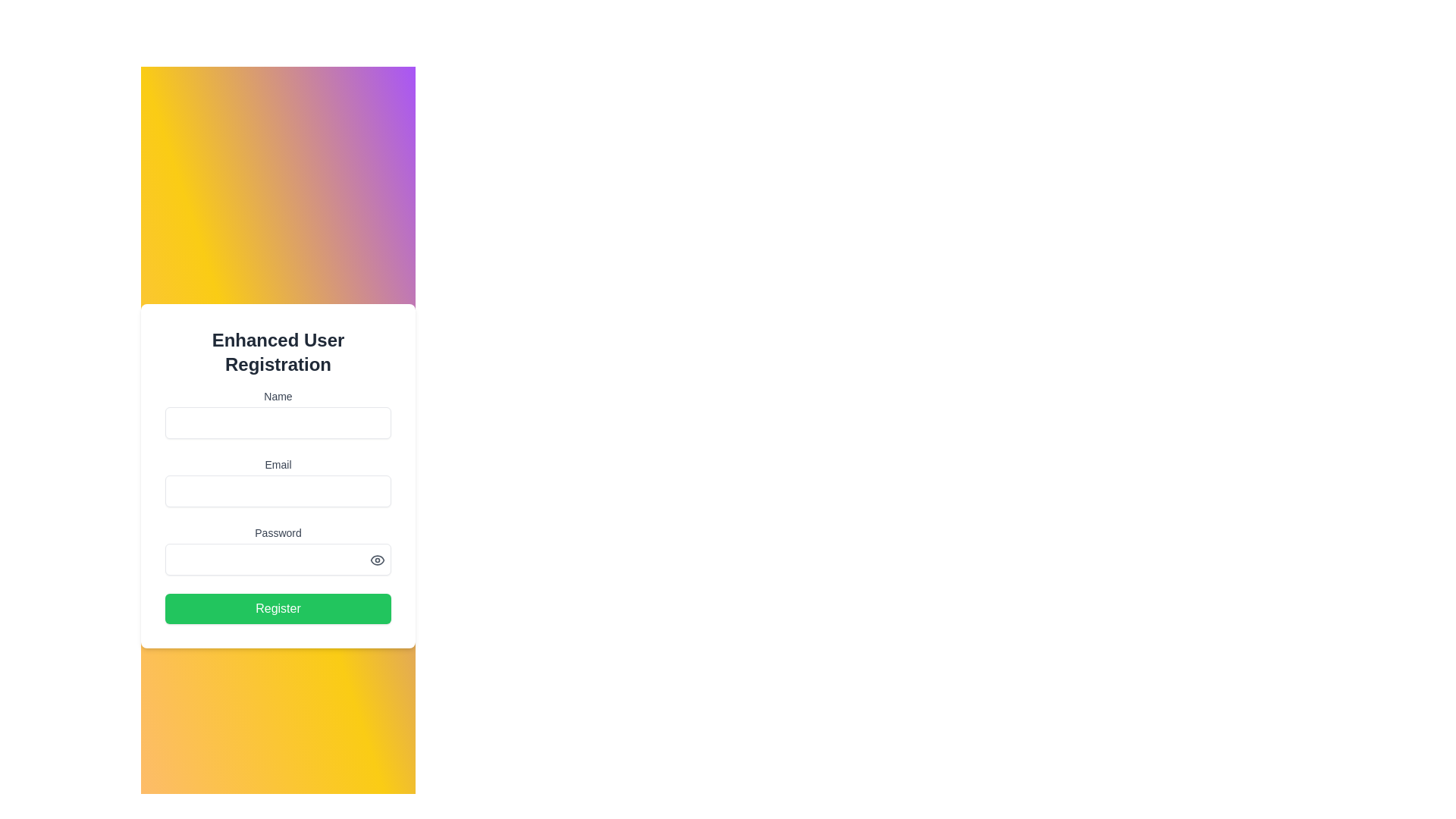 The image size is (1456, 819). I want to click on the toggle visibility button for the password field in the Enhanced User Registration form, so click(378, 560).